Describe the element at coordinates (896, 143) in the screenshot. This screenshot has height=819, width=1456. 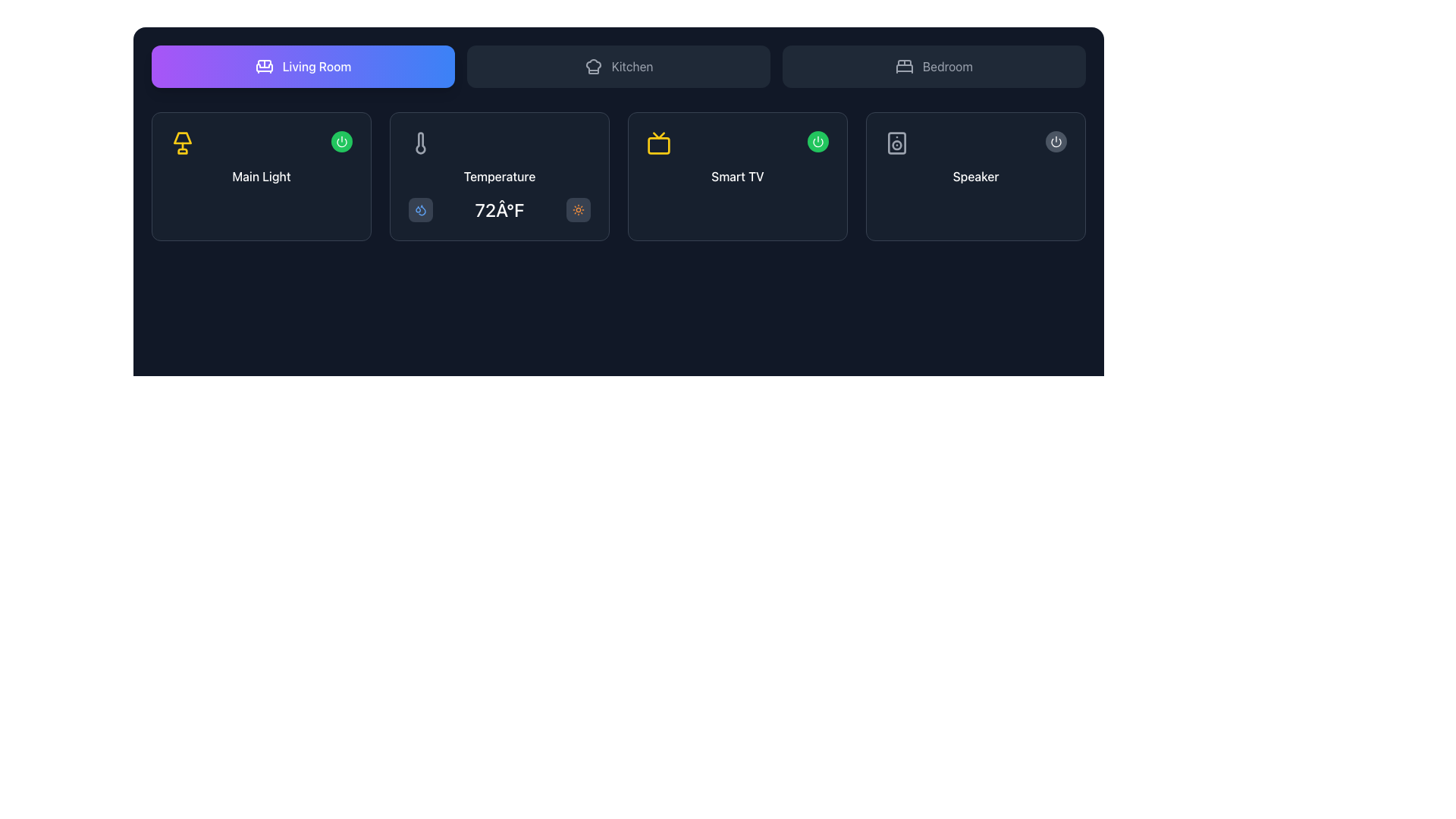
I see `the speaker icon located in the 'Speaker' section, which is positioned to the left of the power button` at that location.